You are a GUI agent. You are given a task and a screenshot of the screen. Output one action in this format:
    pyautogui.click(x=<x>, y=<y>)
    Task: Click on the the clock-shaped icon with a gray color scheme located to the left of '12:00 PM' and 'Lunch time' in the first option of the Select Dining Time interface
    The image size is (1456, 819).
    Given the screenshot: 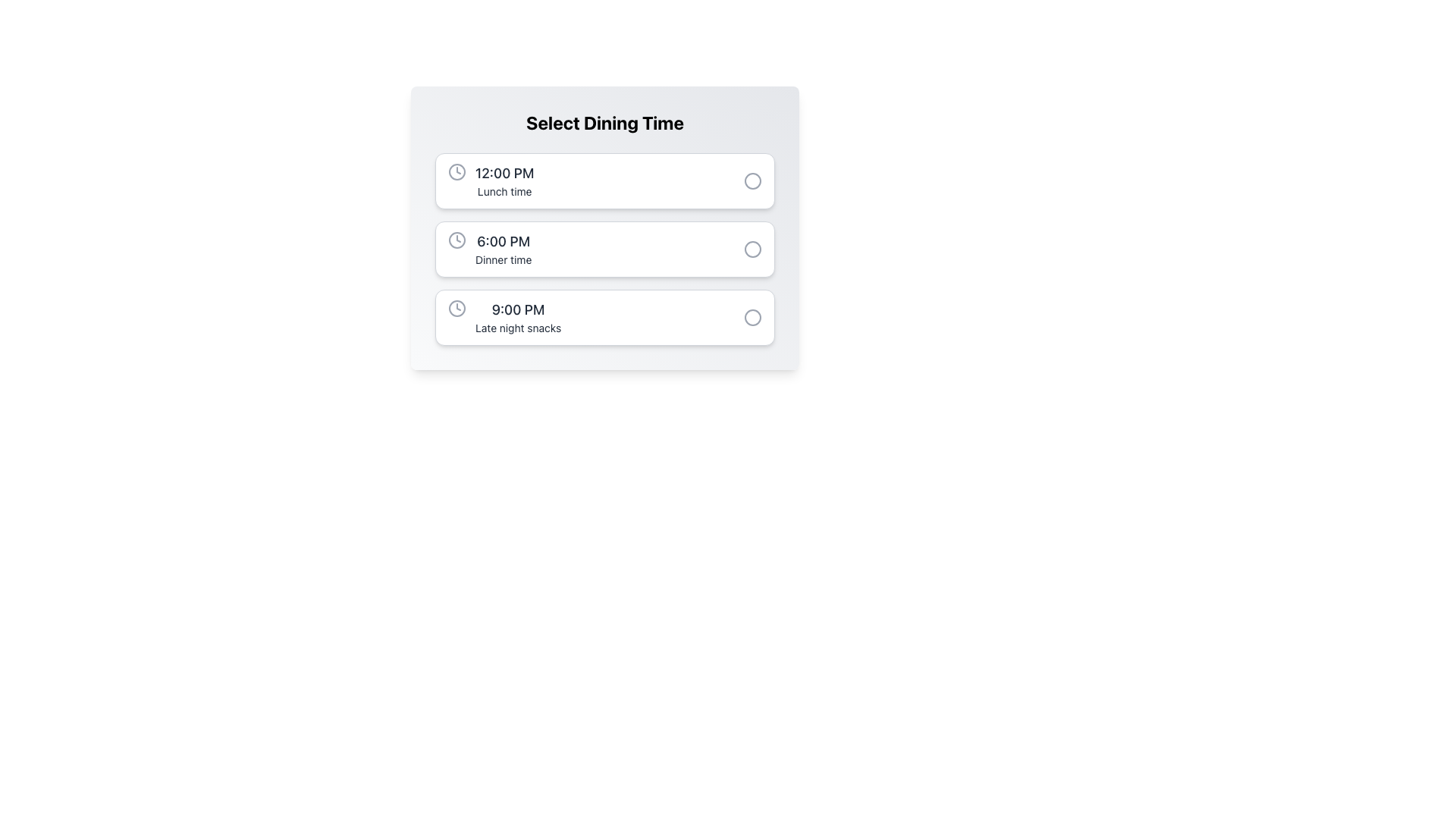 What is the action you would take?
    pyautogui.click(x=457, y=171)
    